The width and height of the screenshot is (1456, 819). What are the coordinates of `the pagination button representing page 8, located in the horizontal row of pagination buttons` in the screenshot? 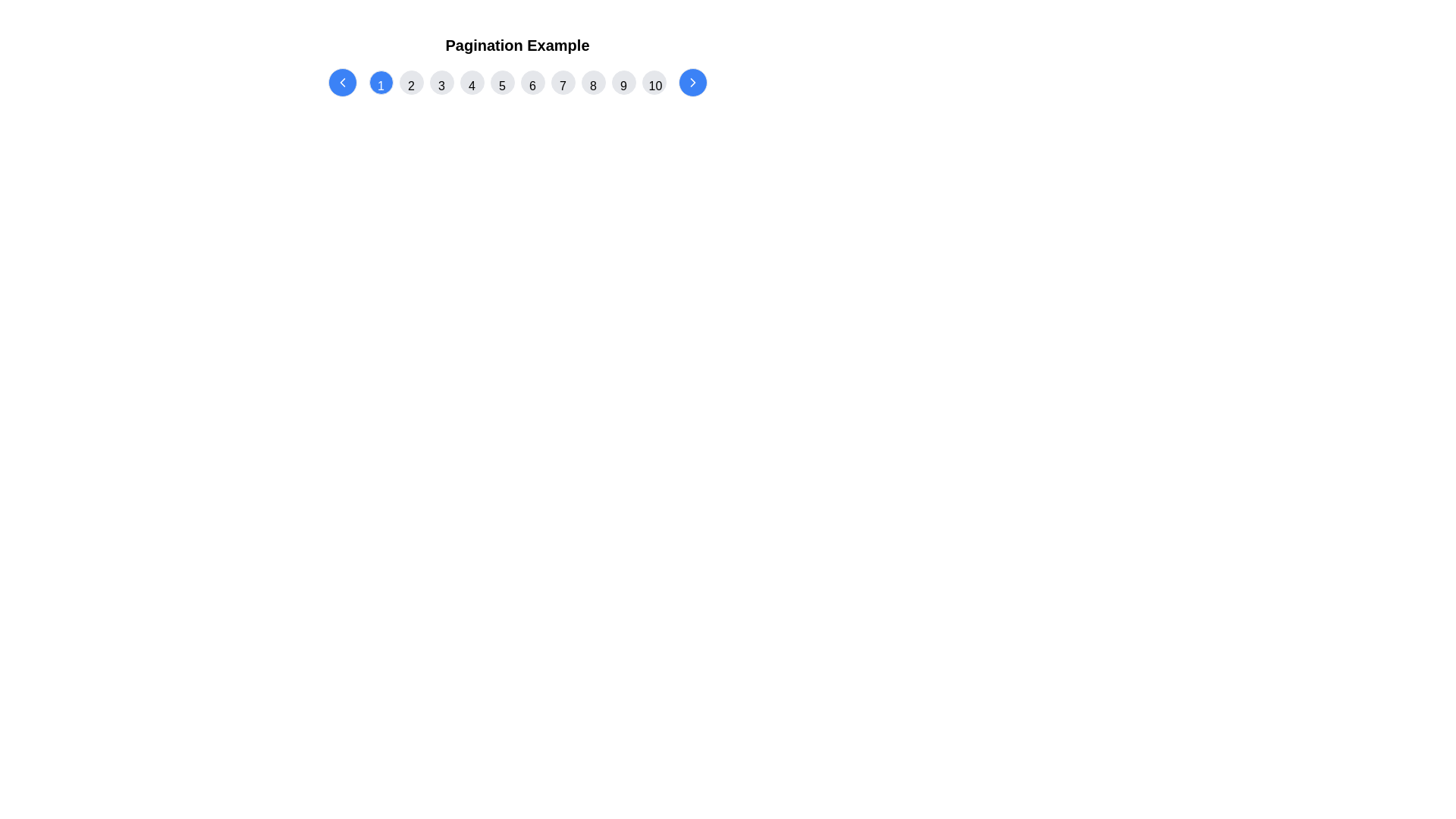 It's located at (592, 82).